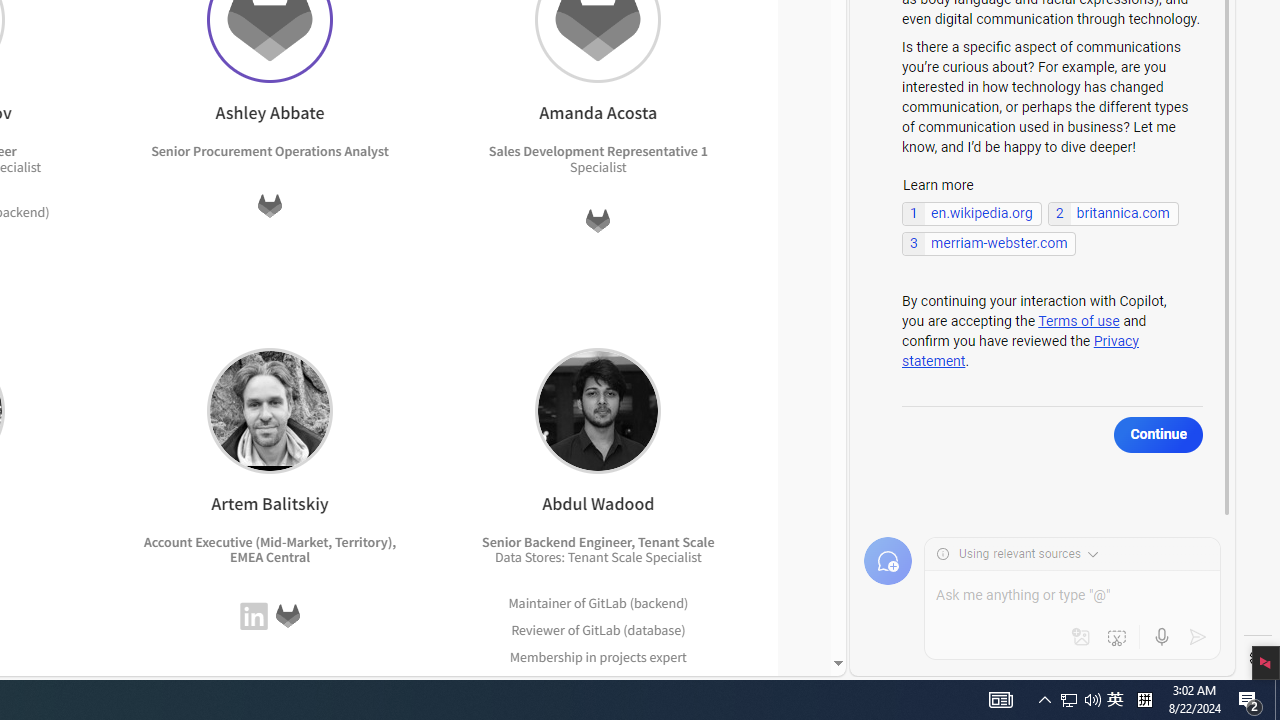  What do you see at coordinates (598, 682) in the screenshot?
I see `'Membership in groups expert'` at bounding box center [598, 682].